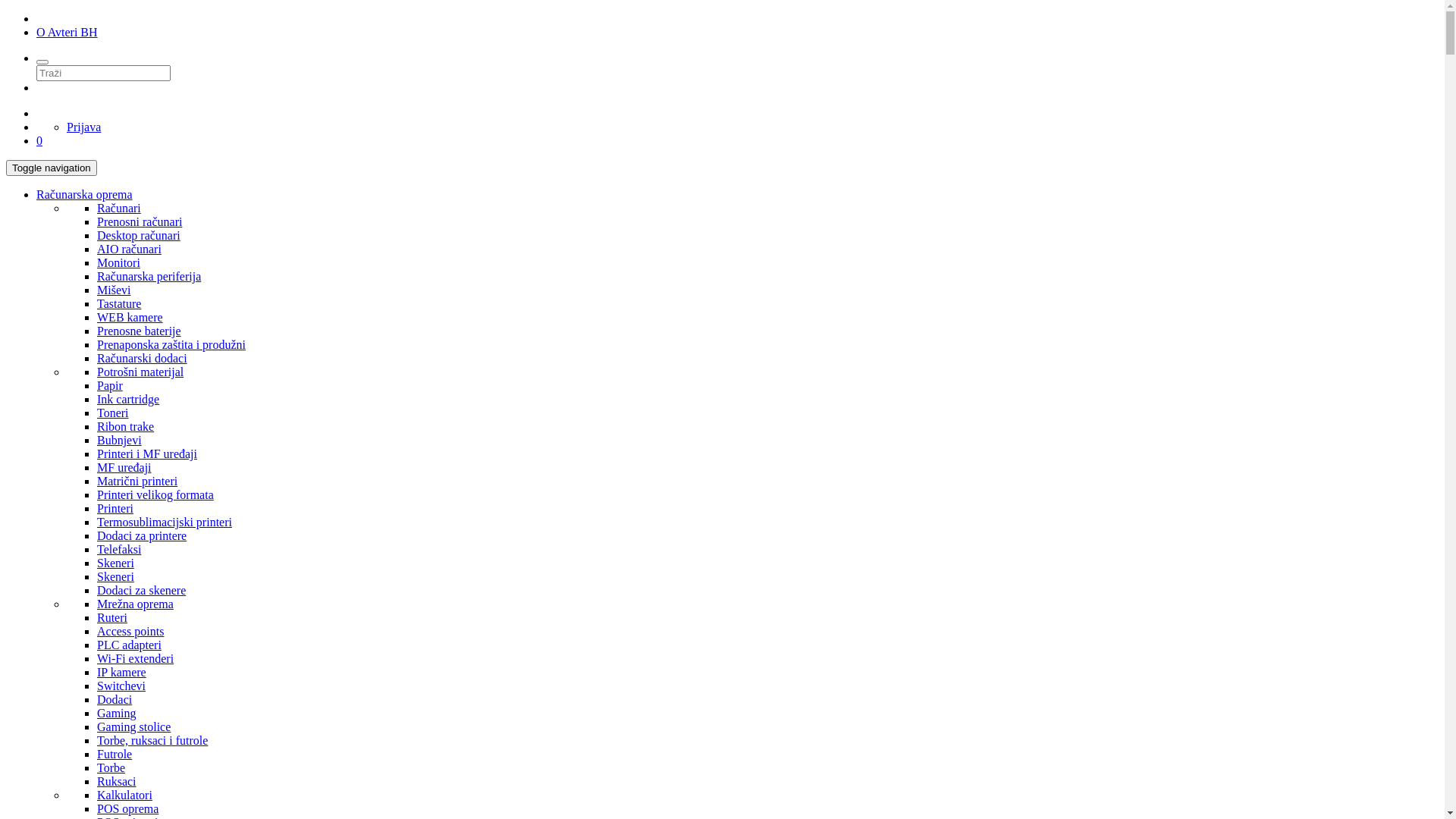 Image resolution: width=1456 pixels, height=819 pixels. What do you see at coordinates (65, 126) in the screenshot?
I see `'Prijava'` at bounding box center [65, 126].